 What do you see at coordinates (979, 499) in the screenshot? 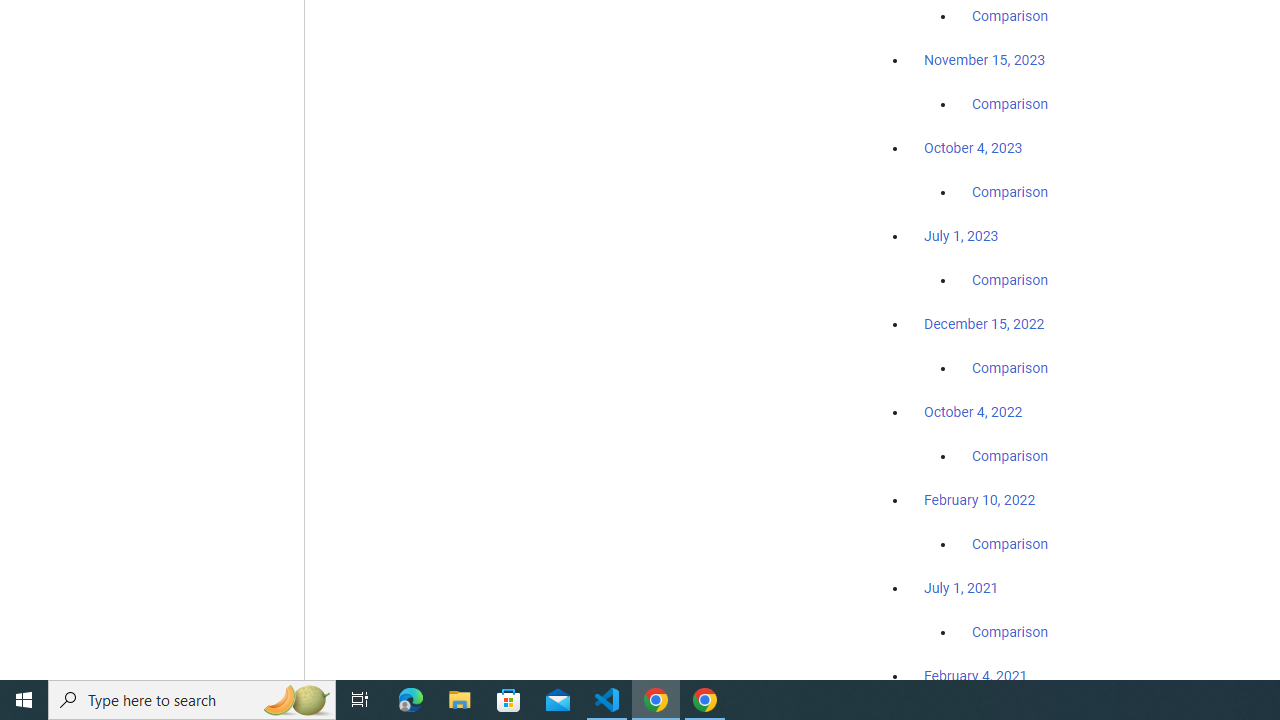
I see `'February 10, 2022'` at bounding box center [979, 499].